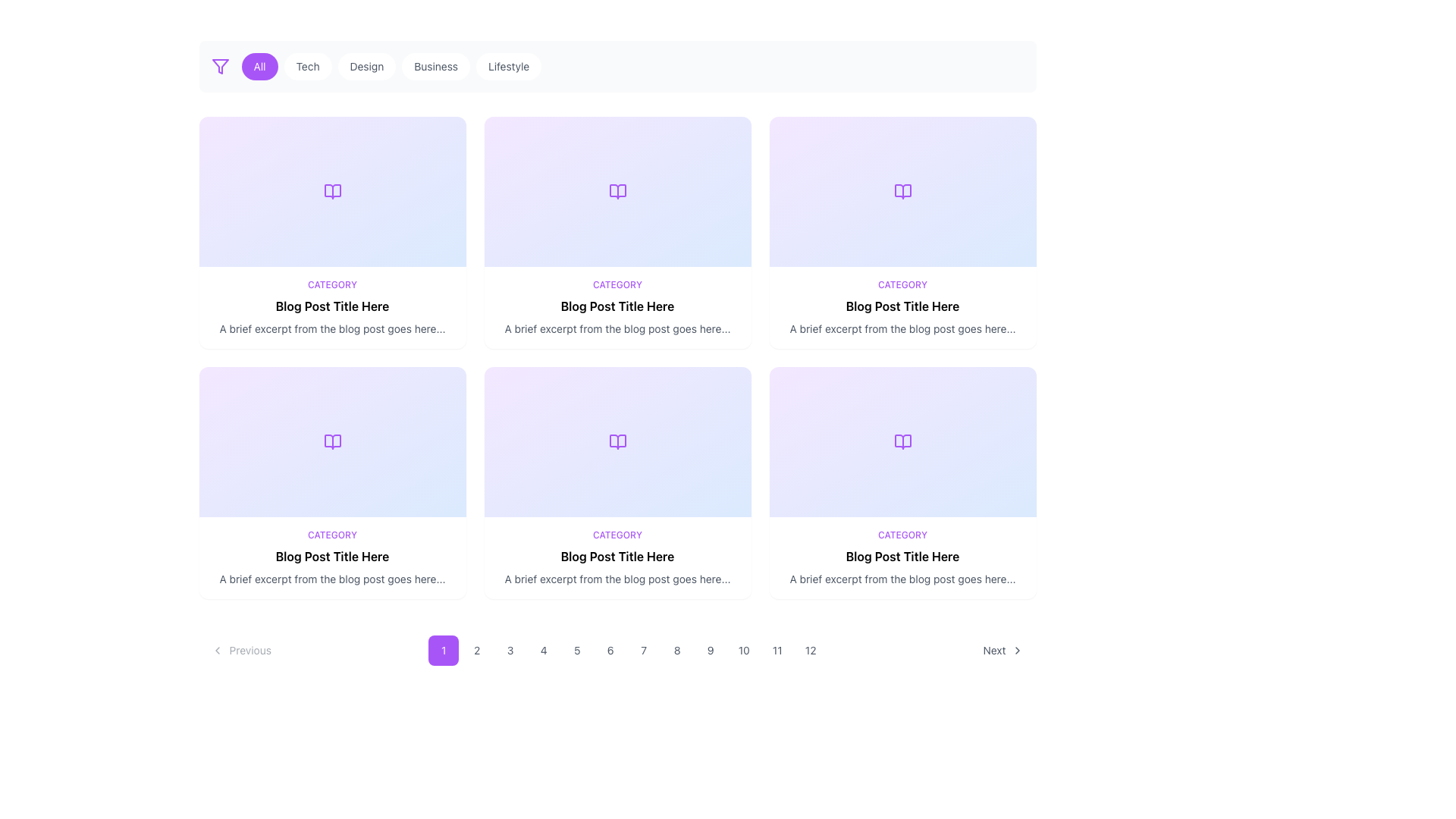  What do you see at coordinates (331, 191) in the screenshot?
I see `the decorative SVG icon representing a book, which is centrally located within the first card of the blog post grid layout` at bounding box center [331, 191].